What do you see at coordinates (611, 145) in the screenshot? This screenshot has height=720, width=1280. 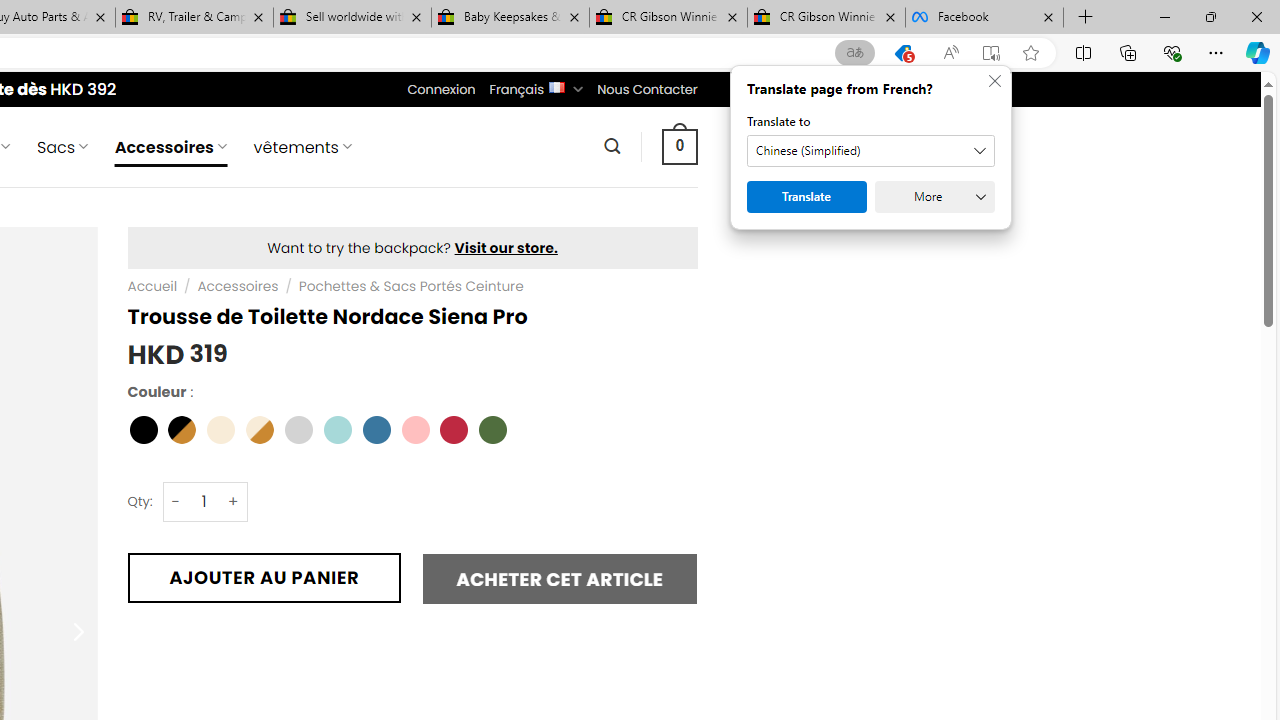 I see `'Recherche'` at bounding box center [611, 145].